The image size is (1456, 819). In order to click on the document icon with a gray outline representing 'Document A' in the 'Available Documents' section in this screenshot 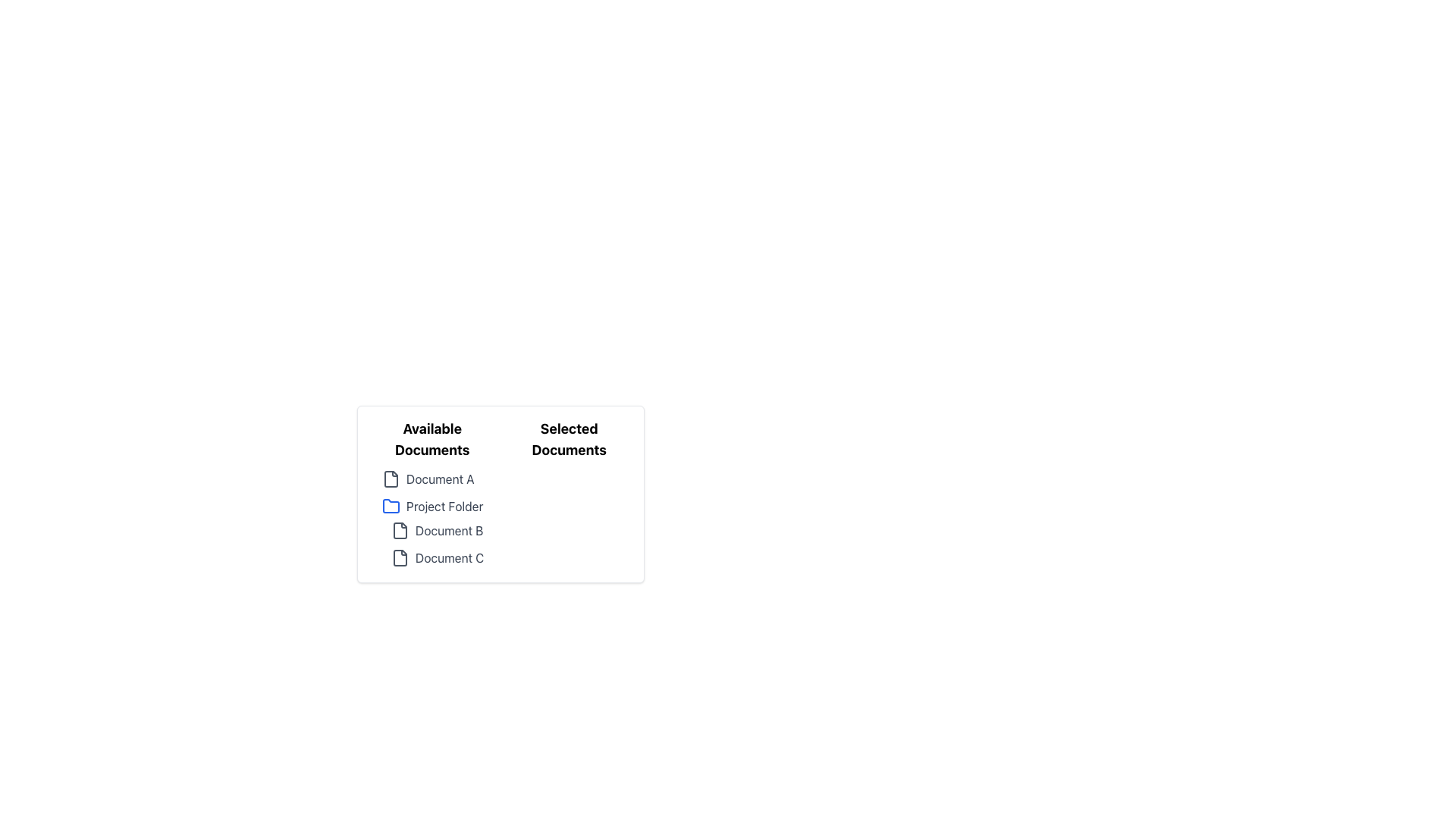, I will do `click(391, 479)`.